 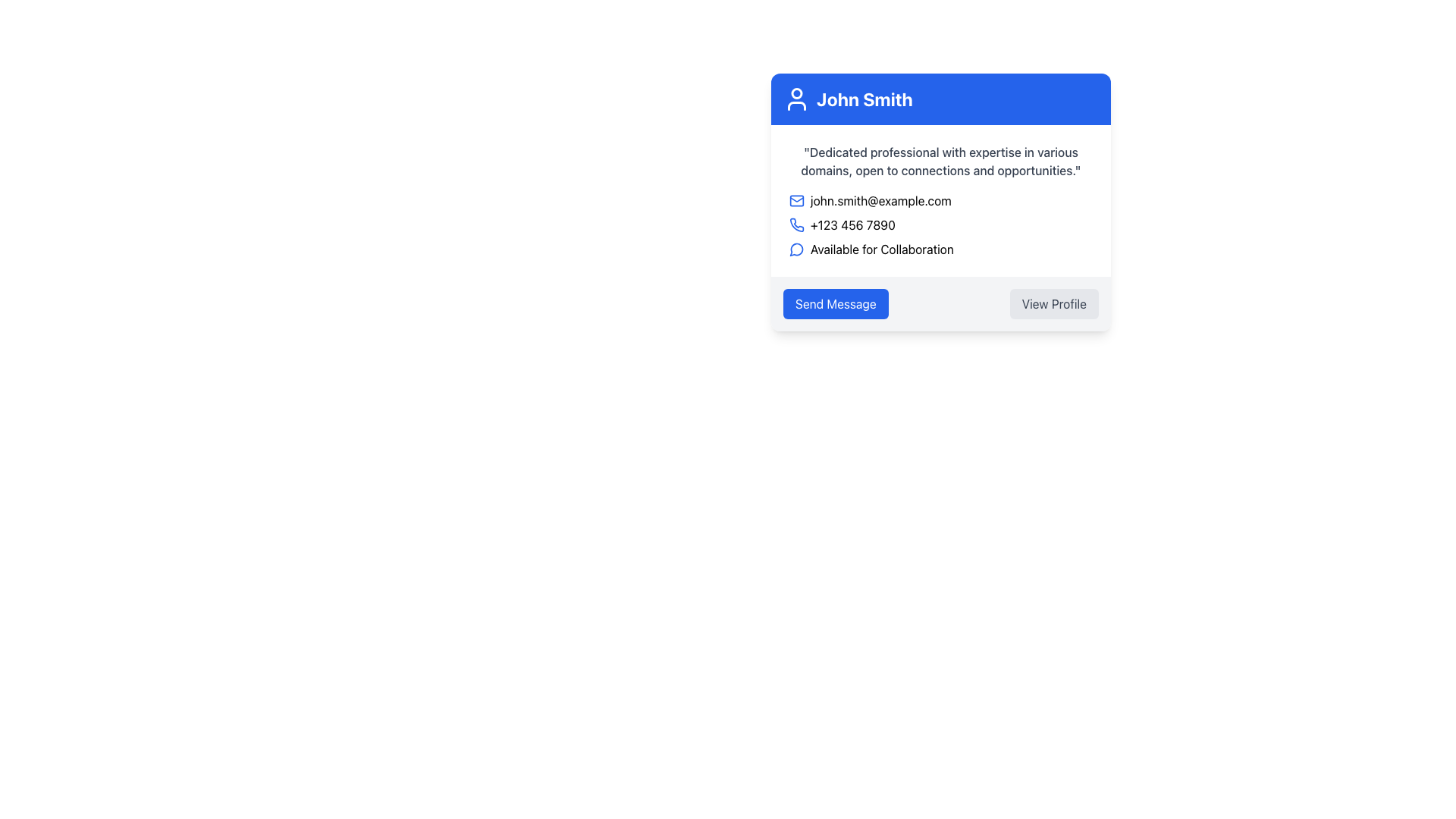 What do you see at coordinates (940, 248) in the screenshot?
I see `the text label 'Available for Collaboration' with the speech bubble icon, which is the third item in the contact details list of the profile card` at bounding box center [940, 248].